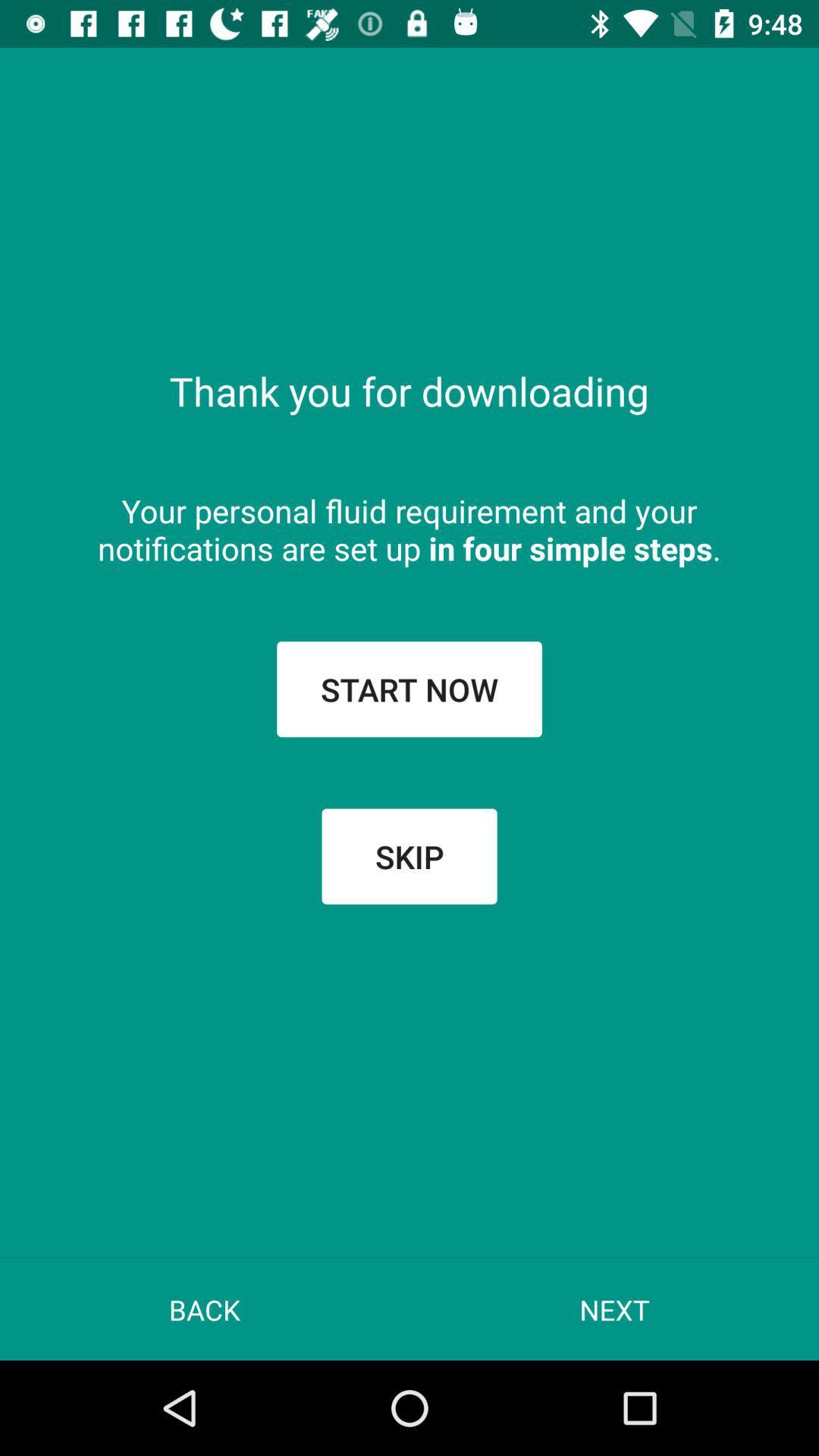  Describe the element at coordinates (614, 1309) in the screenshot. I see `app next to the back` at that location.